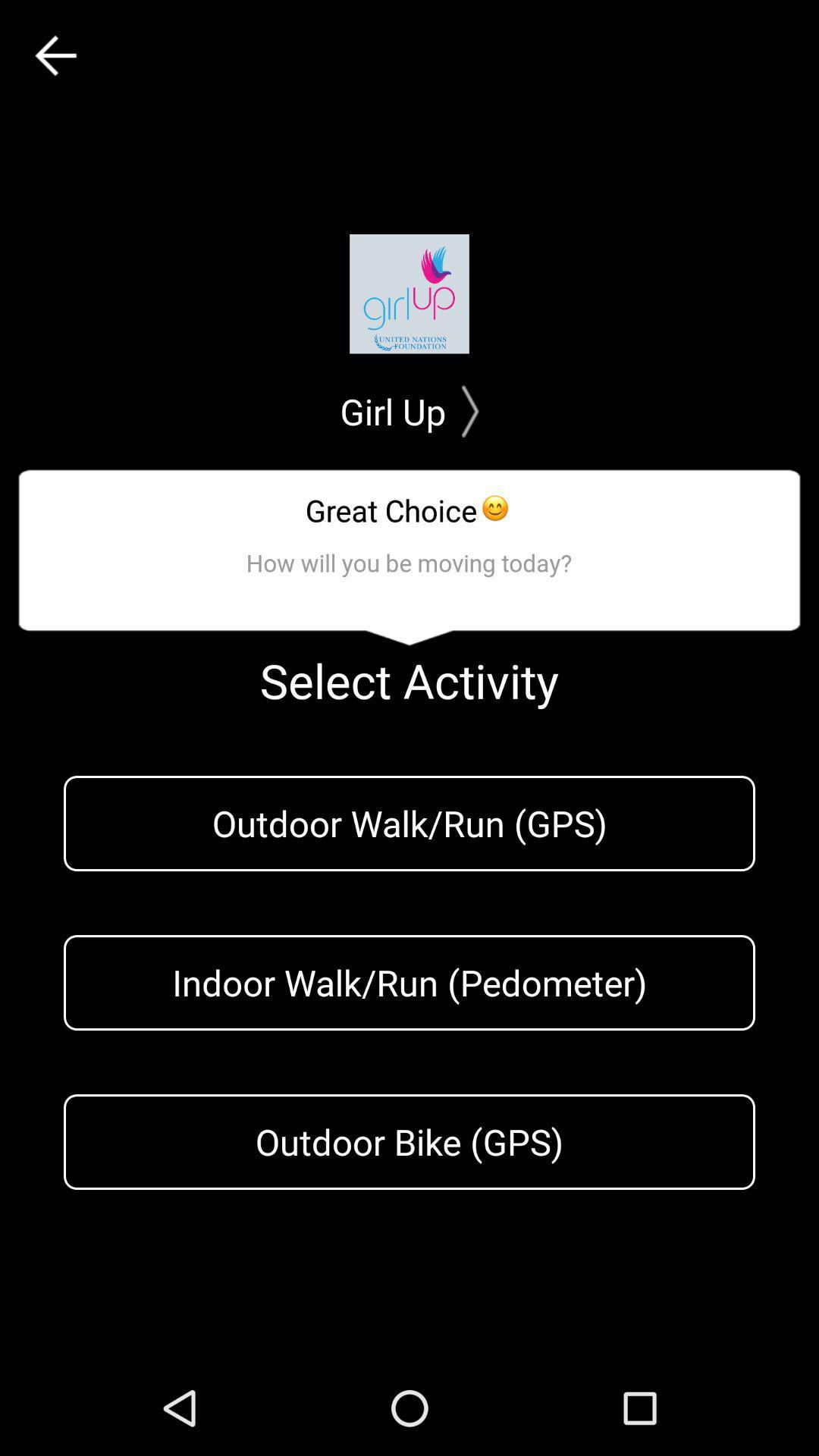 Image resolution: width=819 pixels, height=1456 pixels. What do you see at coordinates (55, 55) in the screenshot?
I see `back button` at bounding box center [55, 55].